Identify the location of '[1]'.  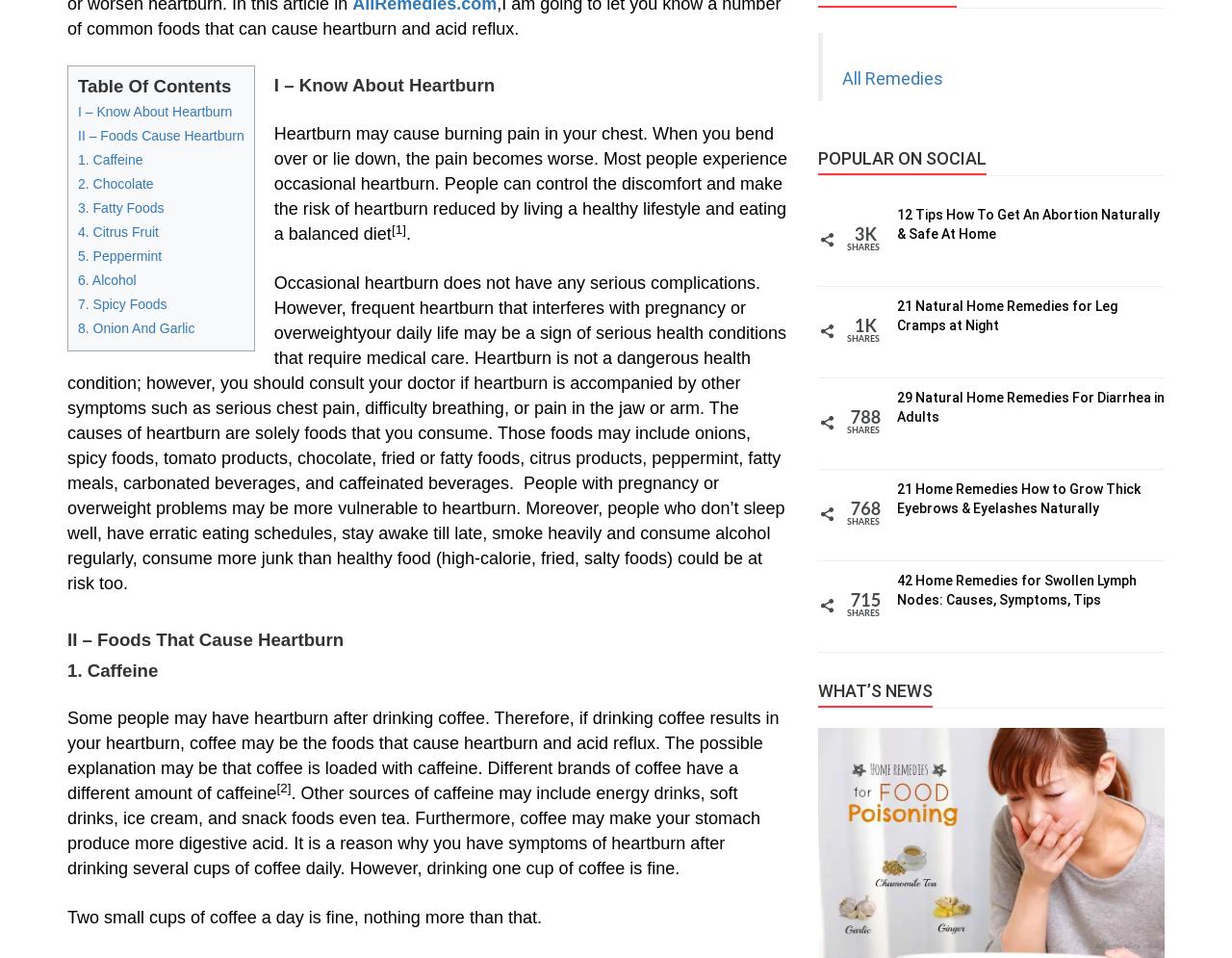
(397, 228).